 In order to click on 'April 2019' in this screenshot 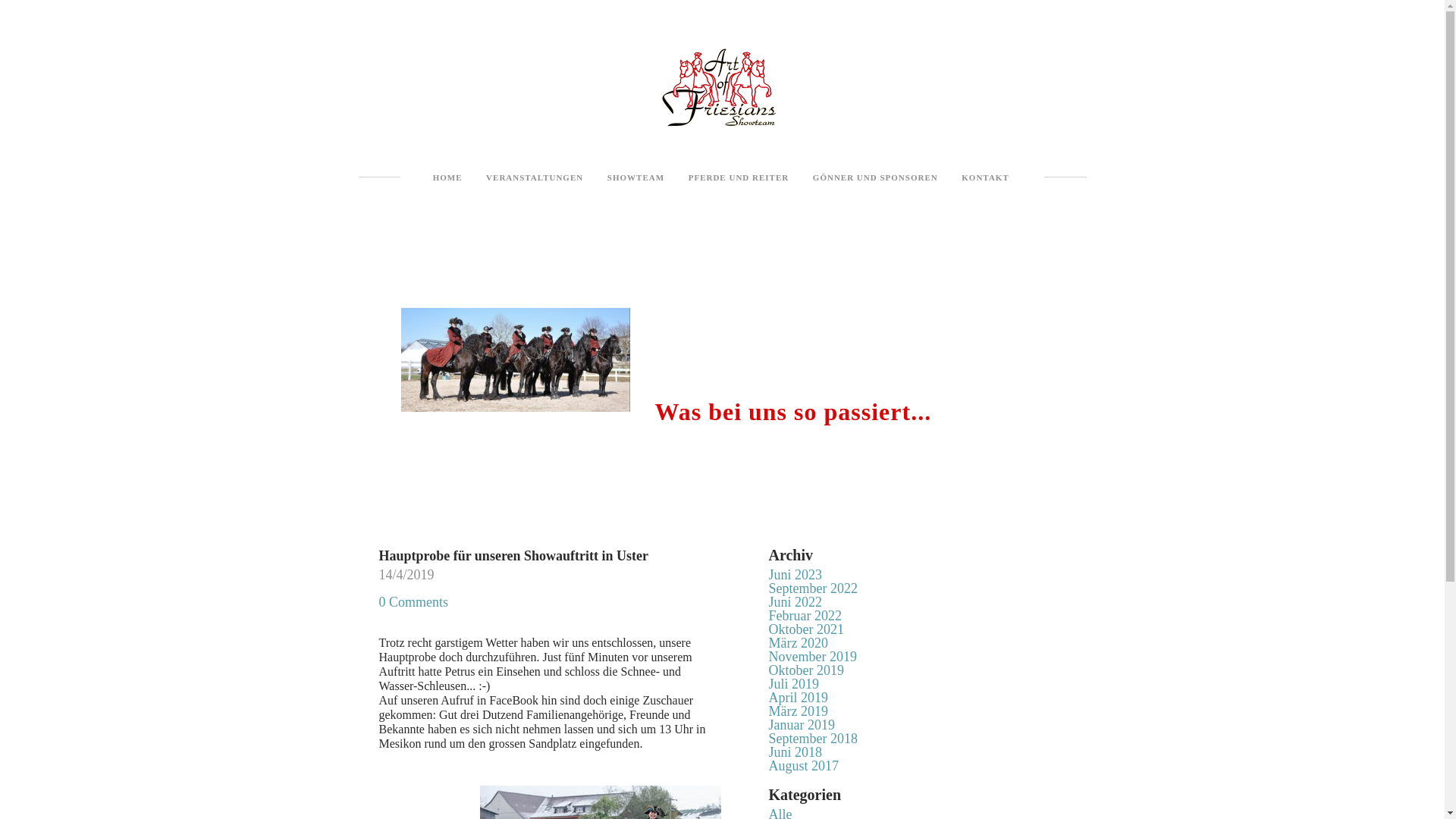, I will do `click(798, 698)`.